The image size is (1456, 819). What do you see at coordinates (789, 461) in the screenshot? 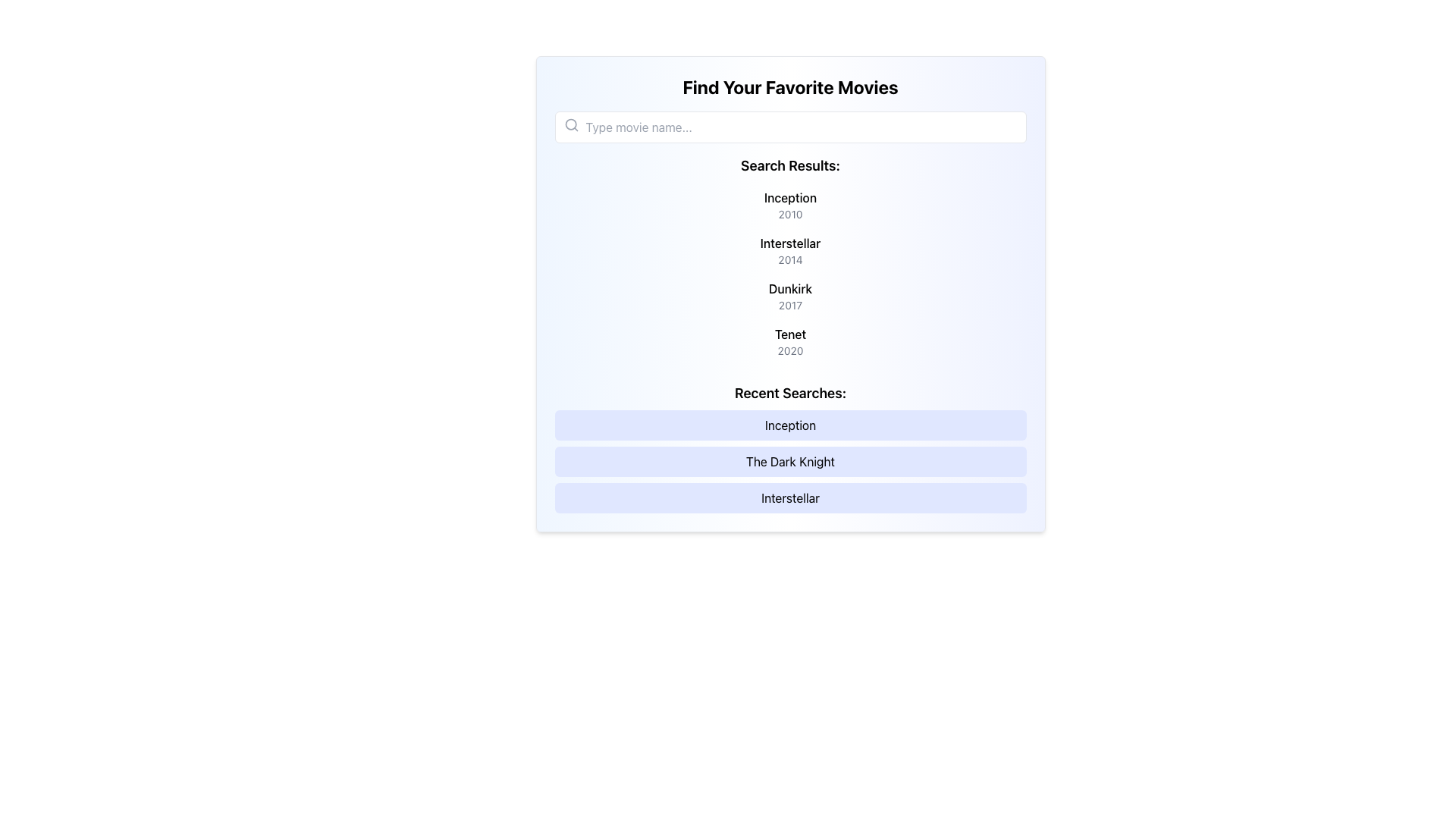
I see `the button representing a previously searched movie title in the 'Recent Searches' section` at bounding box center [789, 461].